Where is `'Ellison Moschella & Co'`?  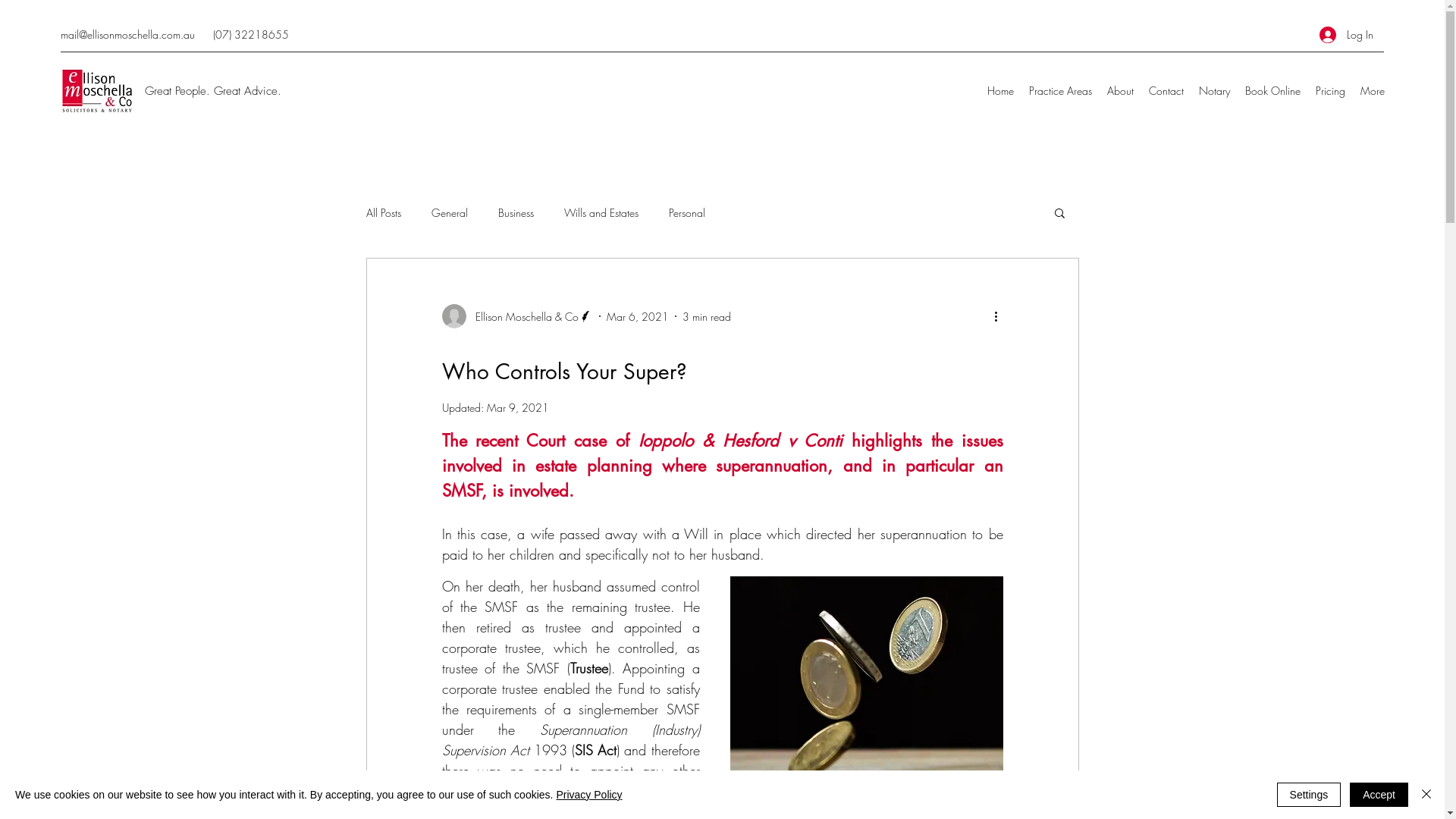
'Ellison Moschella & Co' is located at coordinates (440, 315).